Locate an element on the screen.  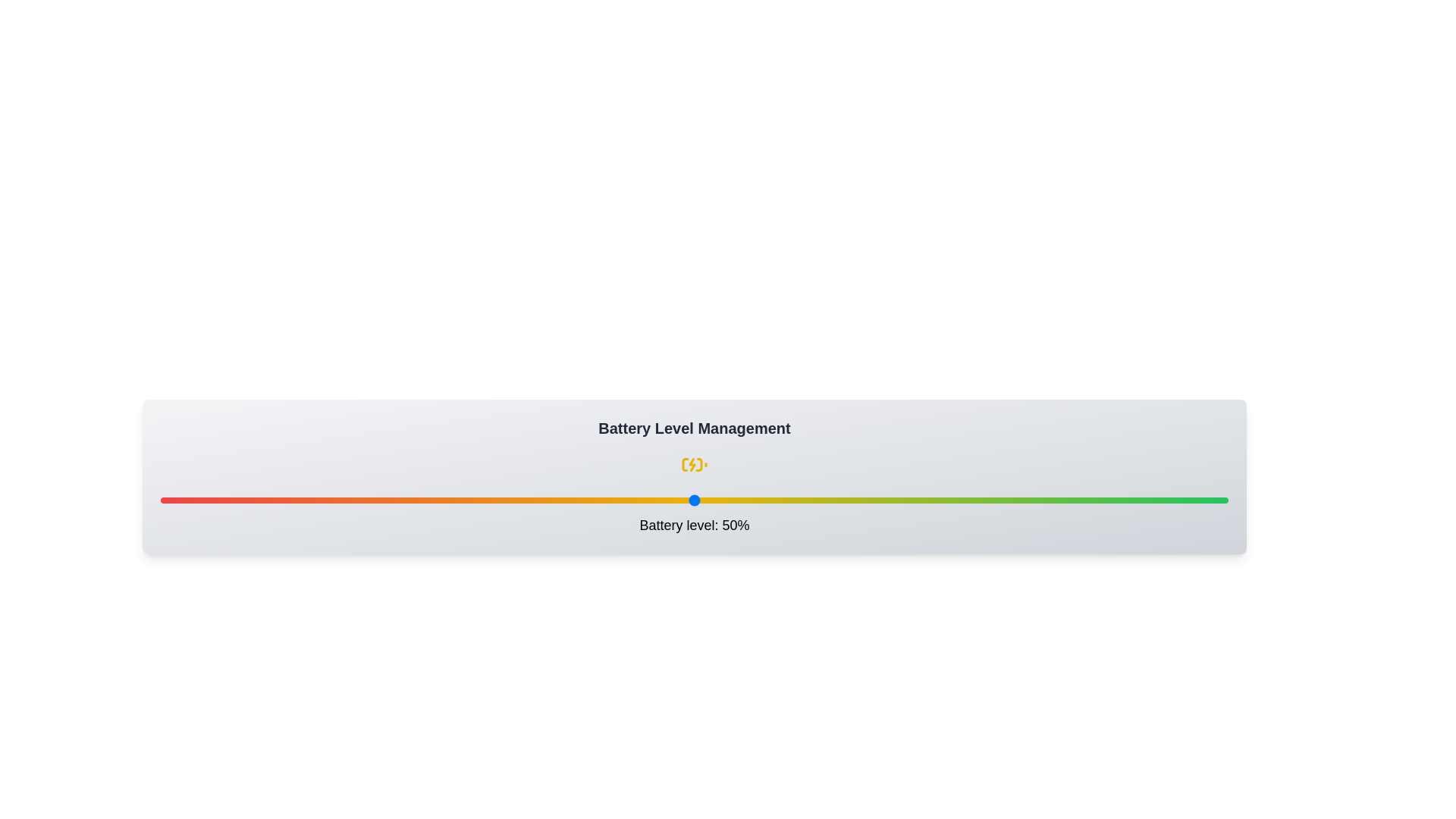
the header text 'Battery Level Management' for copying is located at coordinates (694, 428).